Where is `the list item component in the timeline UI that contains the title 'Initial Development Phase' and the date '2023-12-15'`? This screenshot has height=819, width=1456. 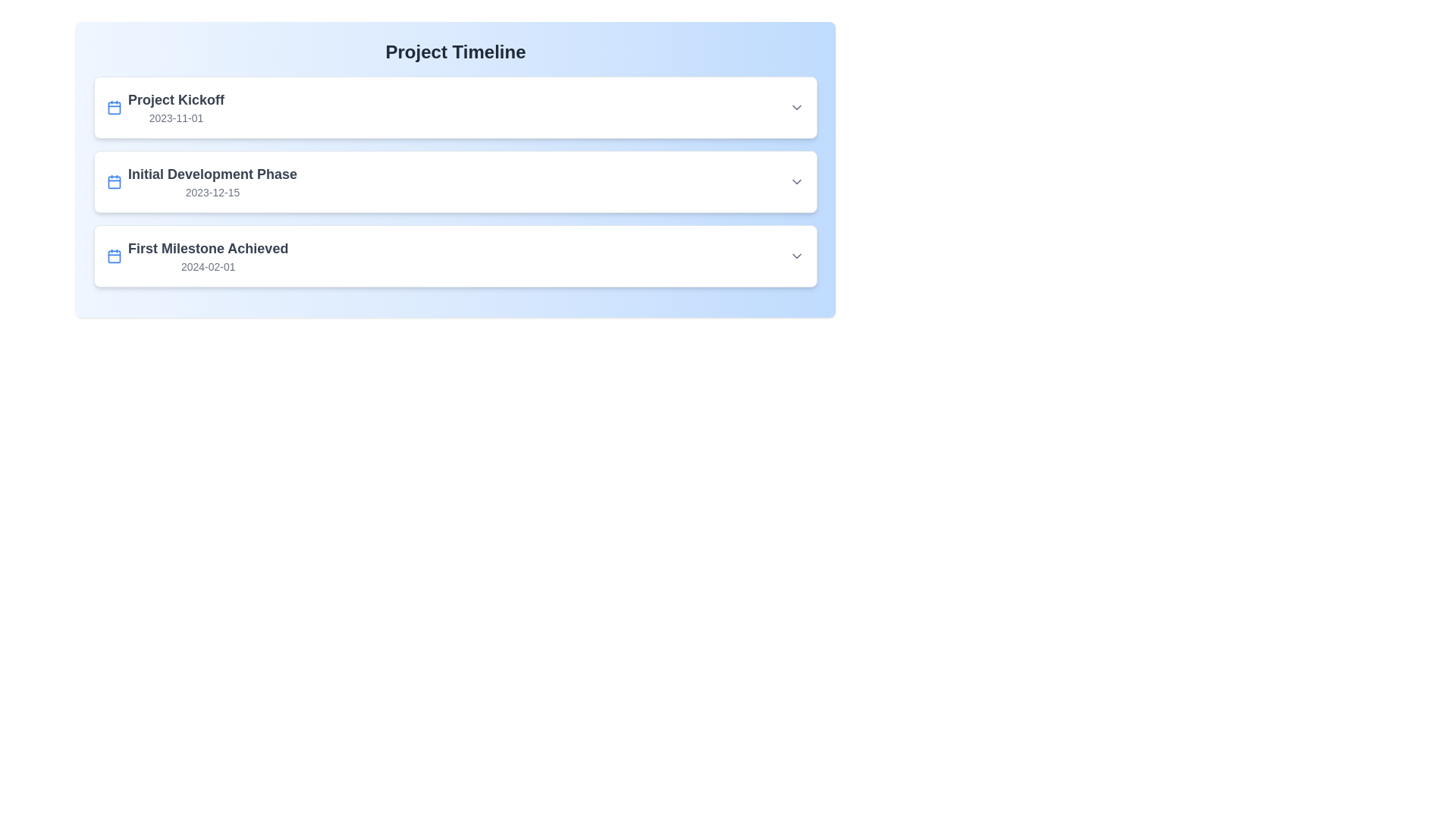
the list item component in the timeline UI that contains the title 'Initial Development Phase' and the date '2023-12-15' is located at coordinates (454, 180).